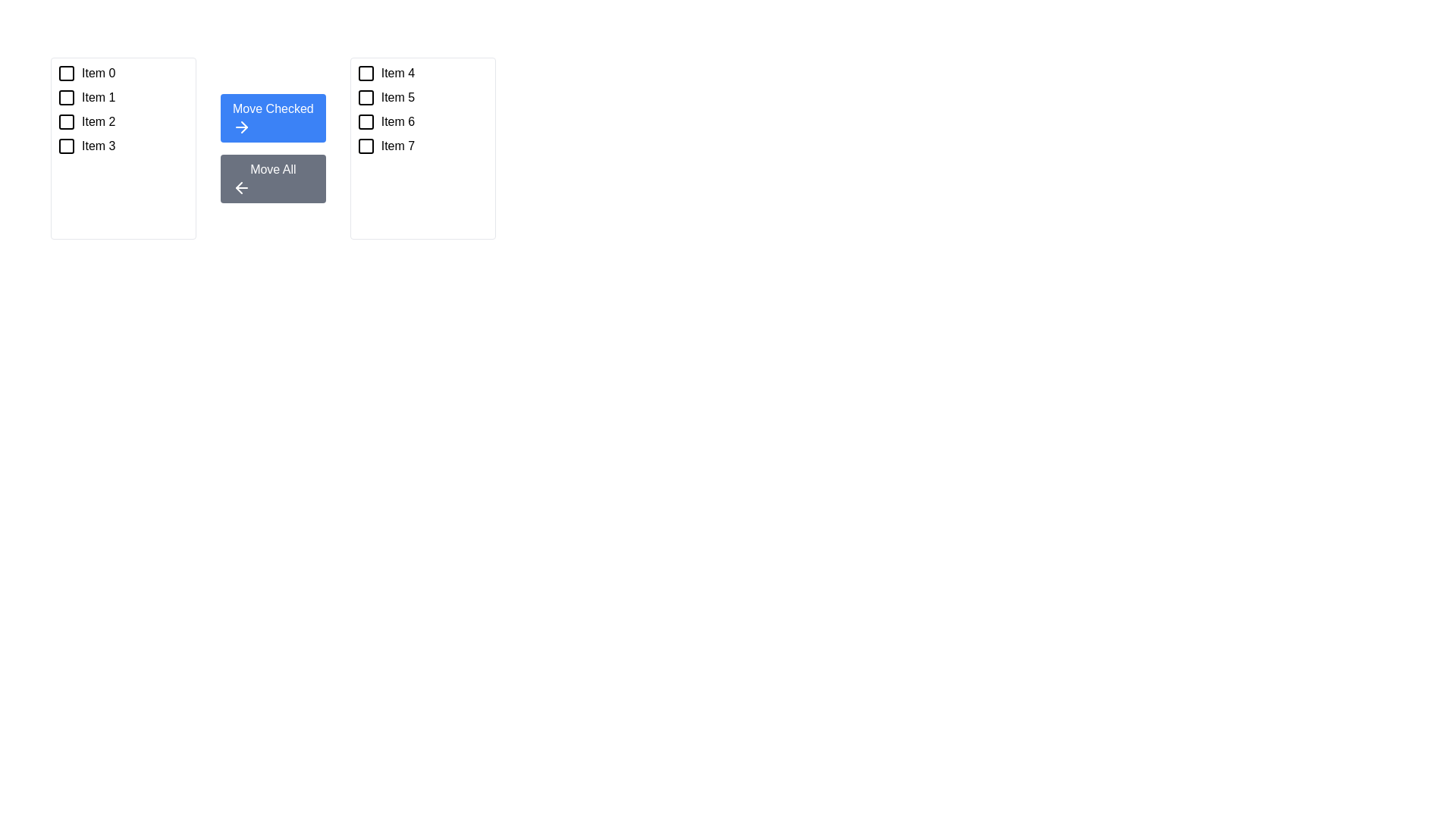 The height and width of the screenshot is (819, 1456). Describe the element at coordinates (366, 146) in the screenshot. I see `the square-shaped icon with a thin black outline` at that location.